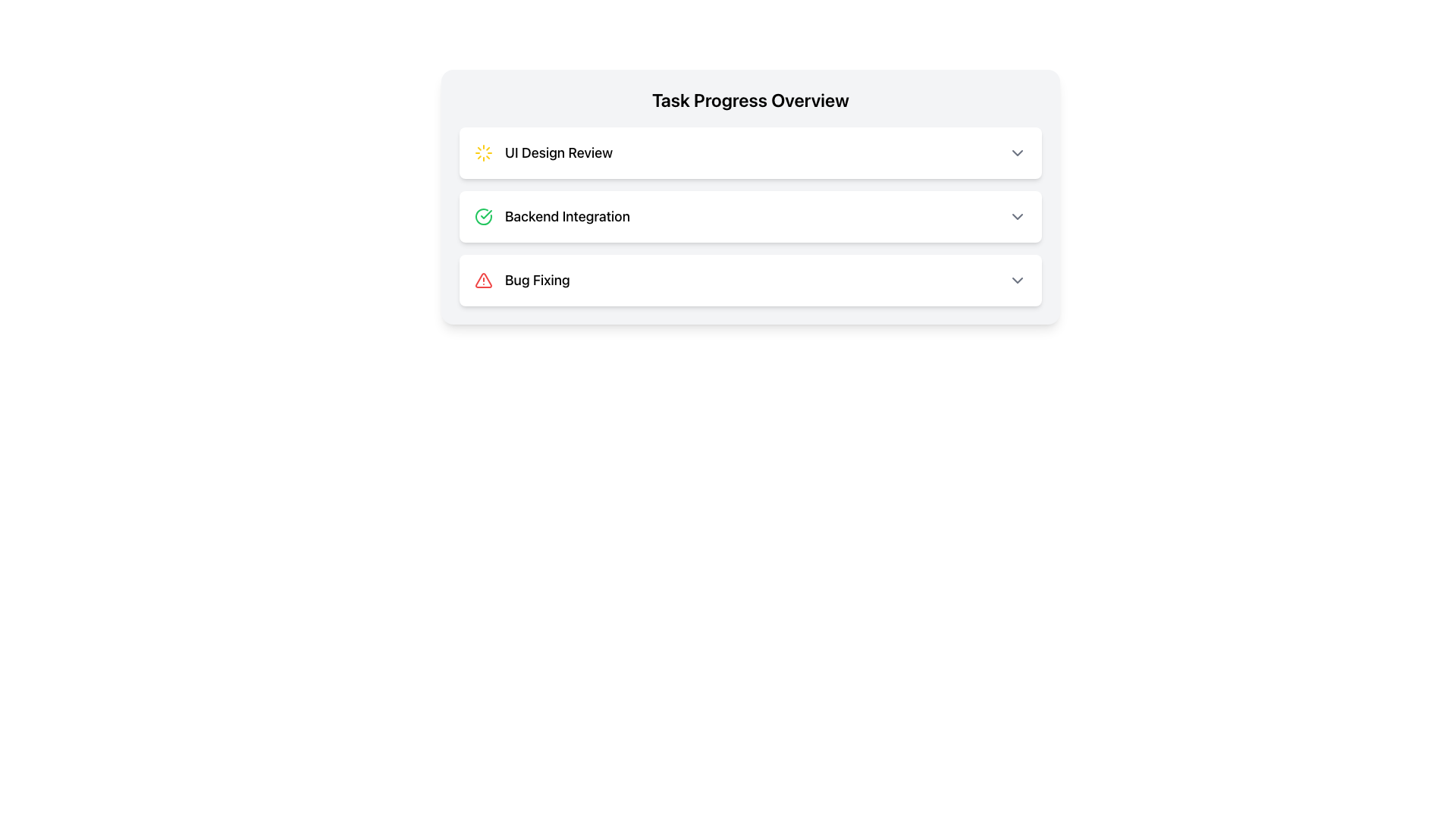 This screenshot has width=1456, height=819. What do you see at coordinates (1018, 152) in the screenshot?
I see `the downward-pointing chevron icon at the far-right end of the UI Design Review row` at bounding box center [1018, 152].